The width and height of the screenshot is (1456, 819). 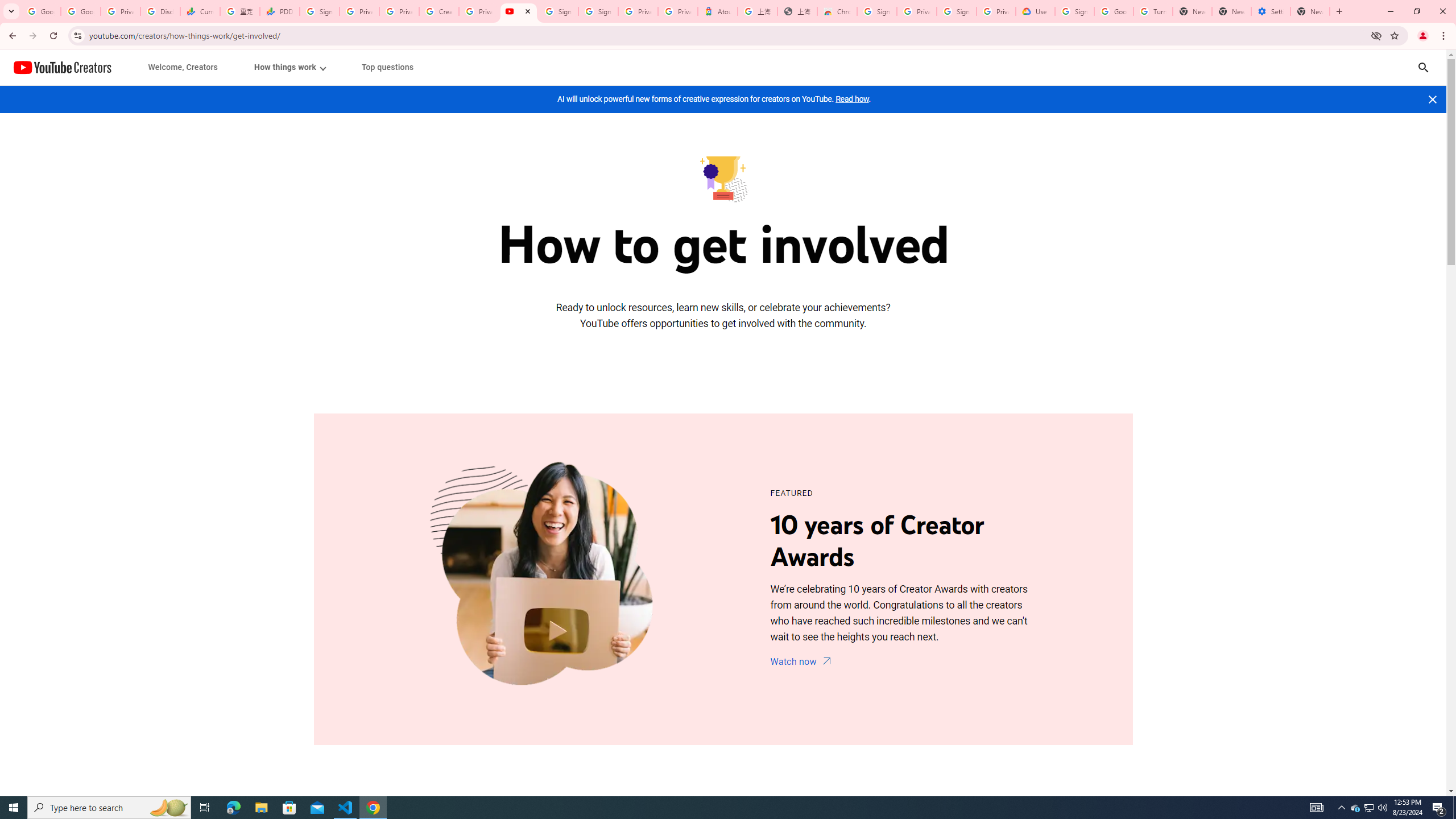 I want to click on 'Google Account Help', so click(x=1113, y=11).